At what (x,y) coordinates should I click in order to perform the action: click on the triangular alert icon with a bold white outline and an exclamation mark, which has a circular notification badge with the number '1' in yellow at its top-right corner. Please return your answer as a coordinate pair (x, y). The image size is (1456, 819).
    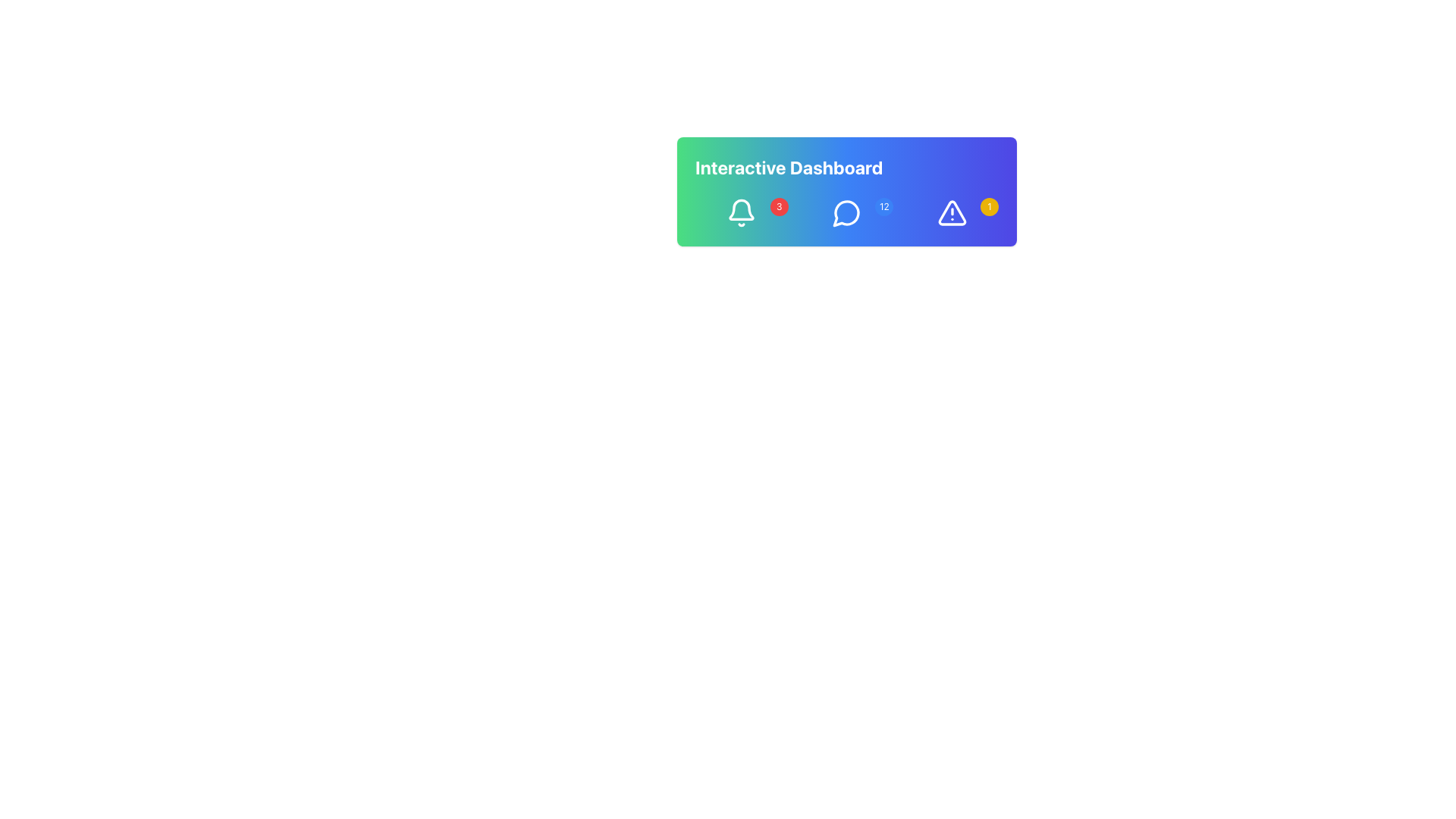
    Looking at the image, I should click on (951, 213).